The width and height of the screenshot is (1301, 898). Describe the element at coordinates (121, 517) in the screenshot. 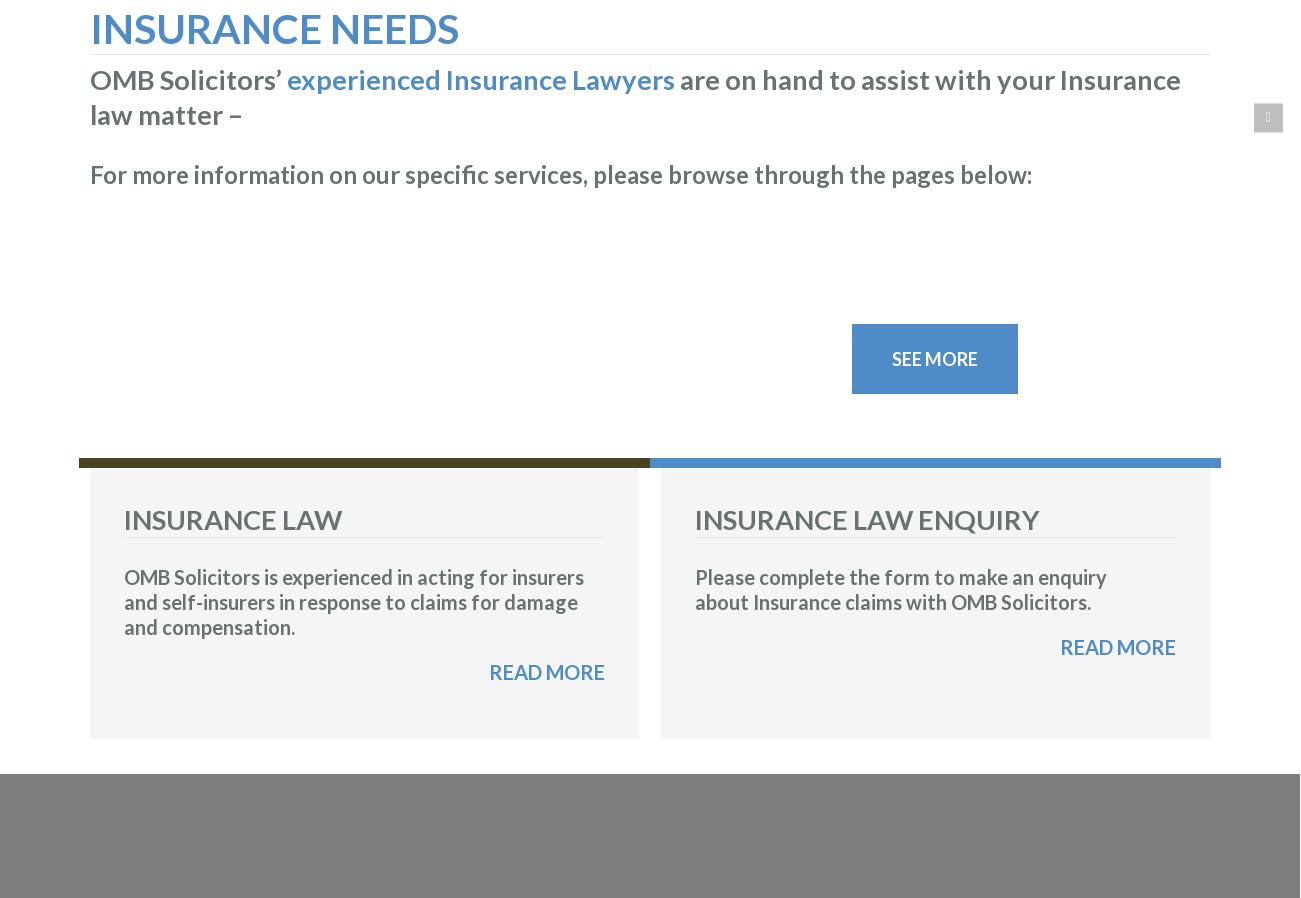

I see `'INSURANCE LAW'` at that location.